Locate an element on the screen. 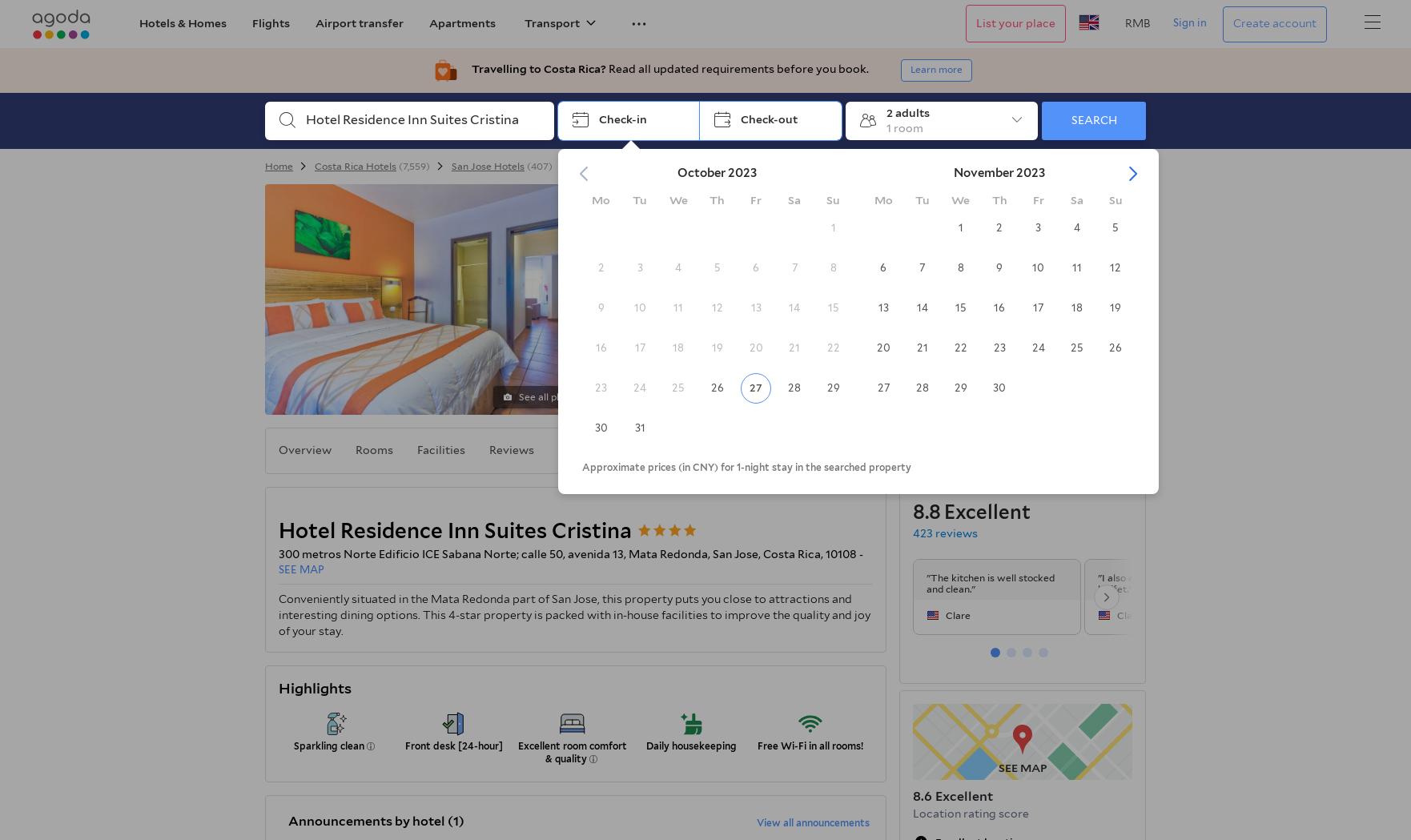 This screenshot has width=1411, height=840. 'Airport transfer' is located at coordinates (358, 22).